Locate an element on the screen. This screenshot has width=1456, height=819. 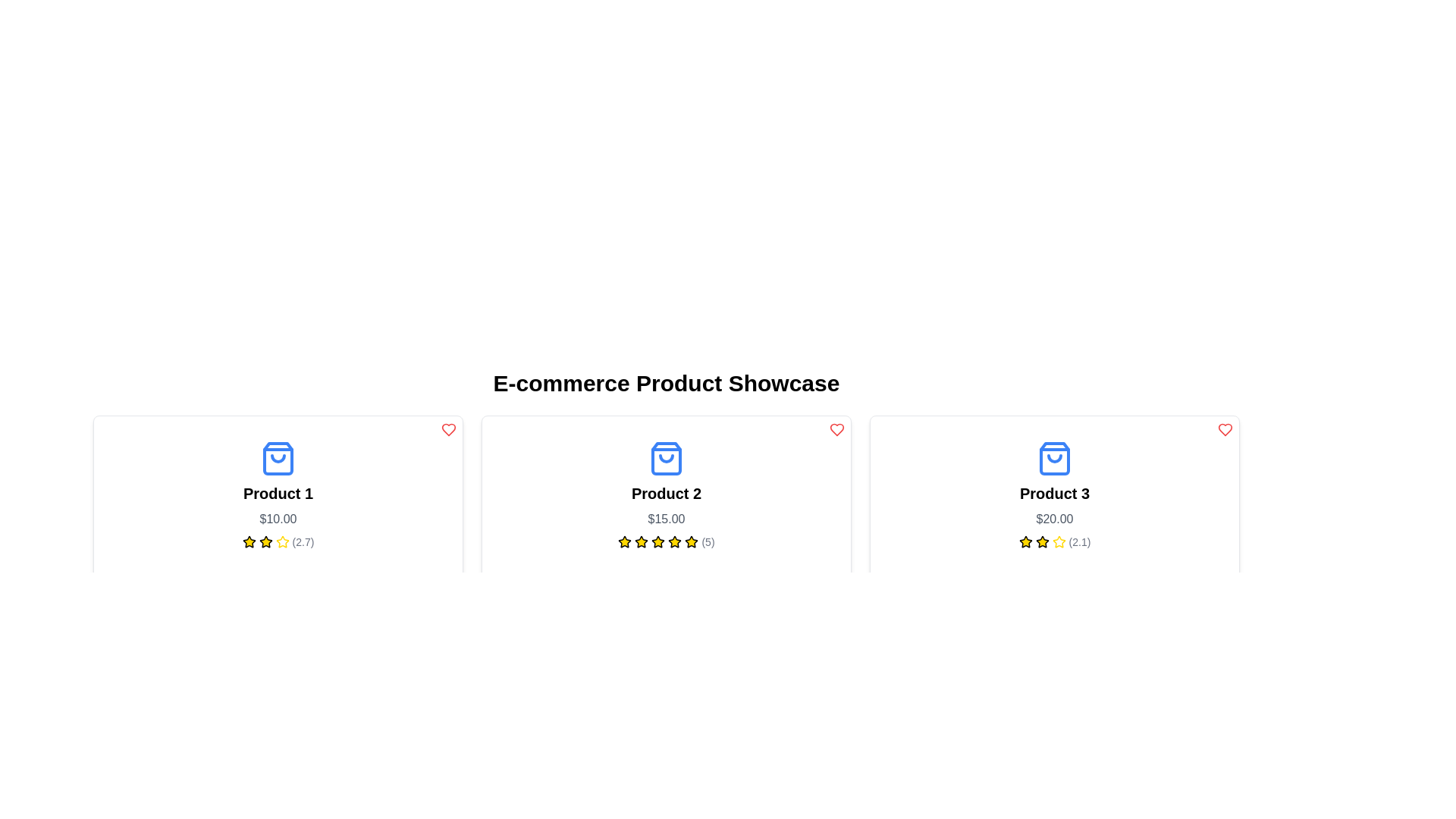
the first star icon in the rating section below the 'Product 1' card to interact with it is located at coordinates (265, 541).